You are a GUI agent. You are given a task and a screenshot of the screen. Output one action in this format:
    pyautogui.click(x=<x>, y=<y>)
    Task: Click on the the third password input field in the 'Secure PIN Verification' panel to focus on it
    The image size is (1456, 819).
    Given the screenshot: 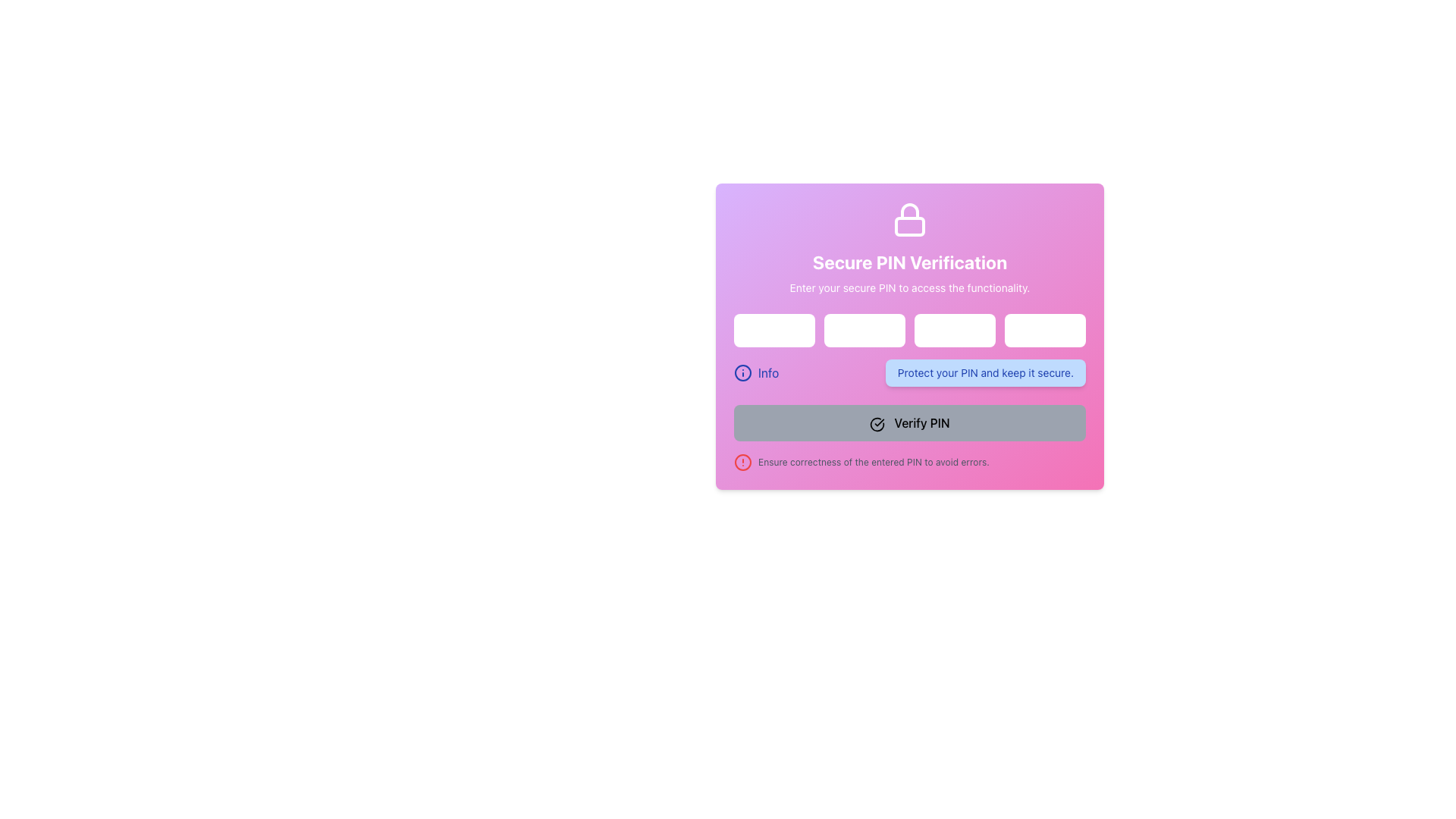 What is the action you would take?
    pyautogui.click(x=910, y=329)
    